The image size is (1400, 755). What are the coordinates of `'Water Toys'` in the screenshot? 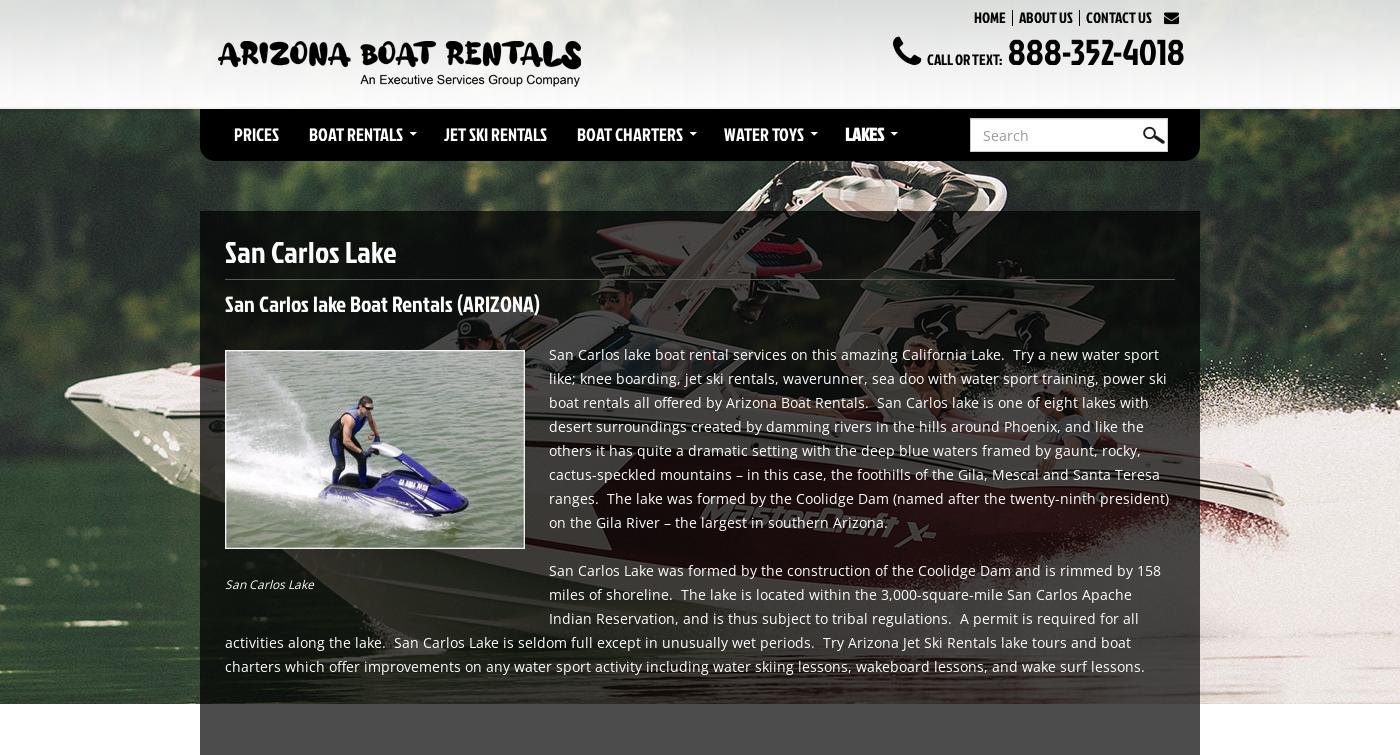 It's located at (763, 134).